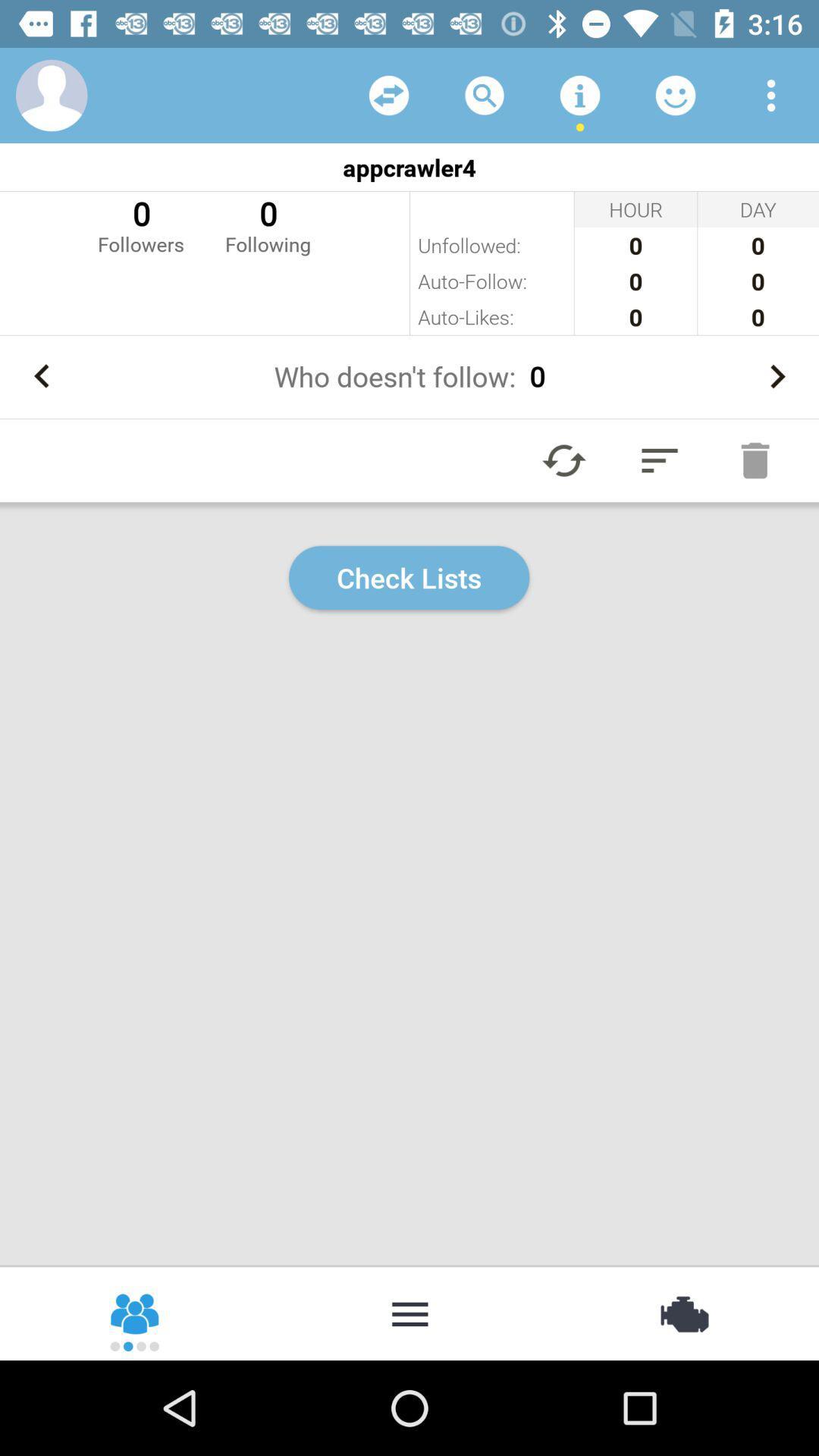 The width and height of the screenshot is (819, 1456). What do you see at coordinates (579, 94) in the screenshot?
I see `option right to search icon` at bounding box center [579, 94].